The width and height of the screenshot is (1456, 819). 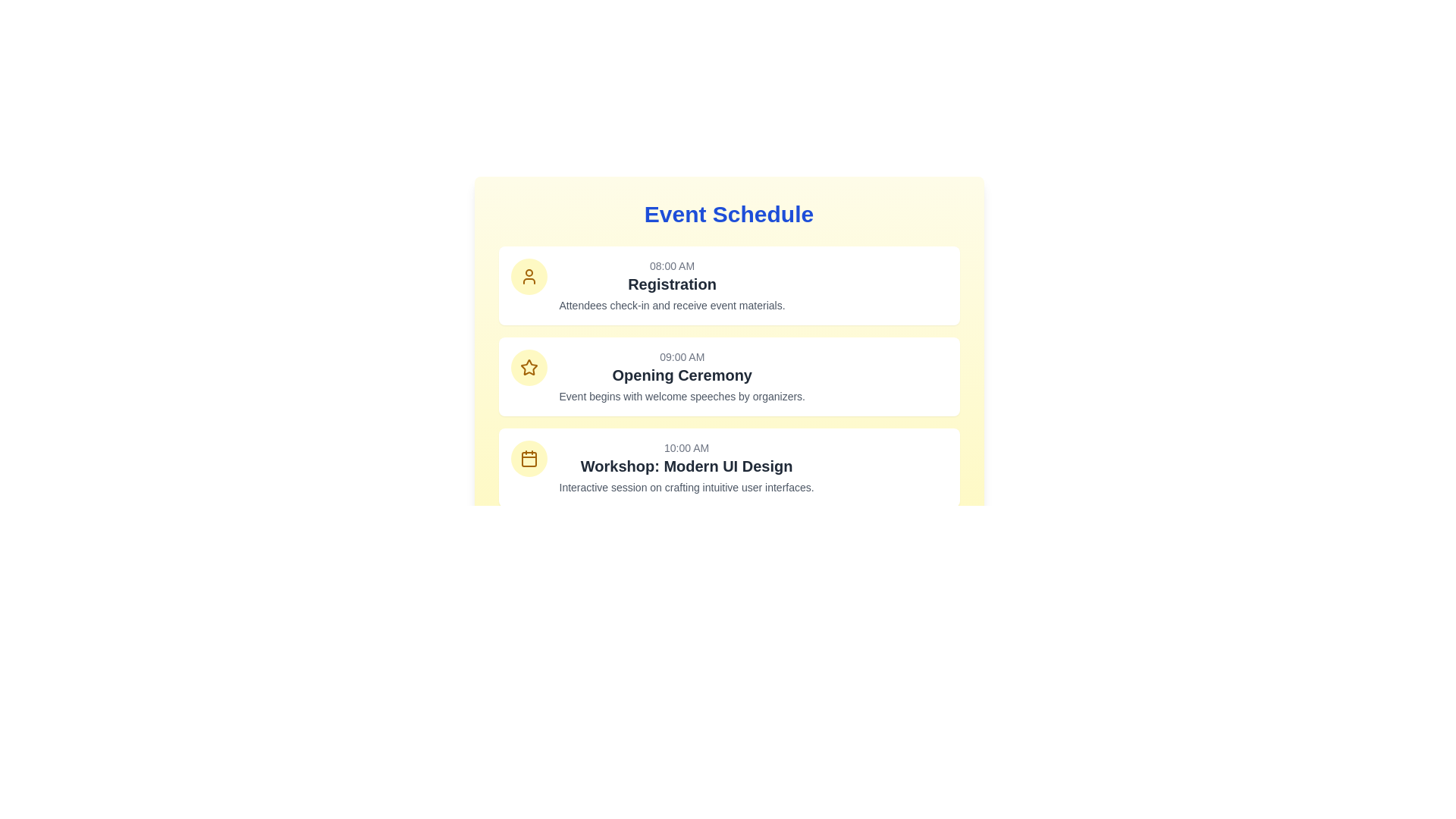 What do you see at coordinates (729, 376) in the screenshot?
I see `the vertically-stacked list of event schedule blocks, which contains icons, bold titles, smaller time fonts, and brief descriptions` at bounding box center [729, 376].